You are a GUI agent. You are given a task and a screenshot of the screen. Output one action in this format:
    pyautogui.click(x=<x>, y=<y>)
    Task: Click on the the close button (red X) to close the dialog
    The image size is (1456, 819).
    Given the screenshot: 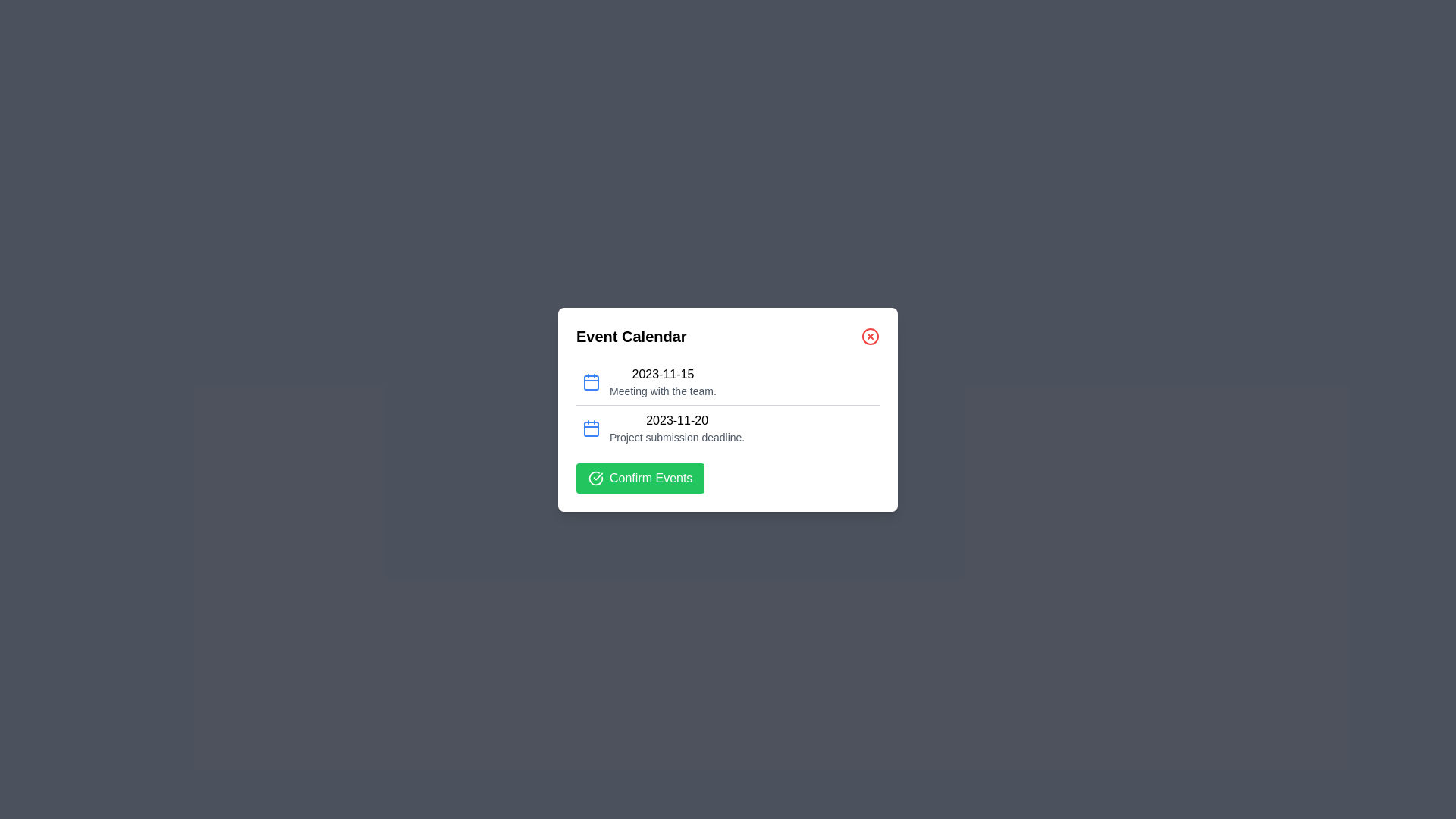 What is the action you would take?
    pyautogui.click(x=870, y=335)
    